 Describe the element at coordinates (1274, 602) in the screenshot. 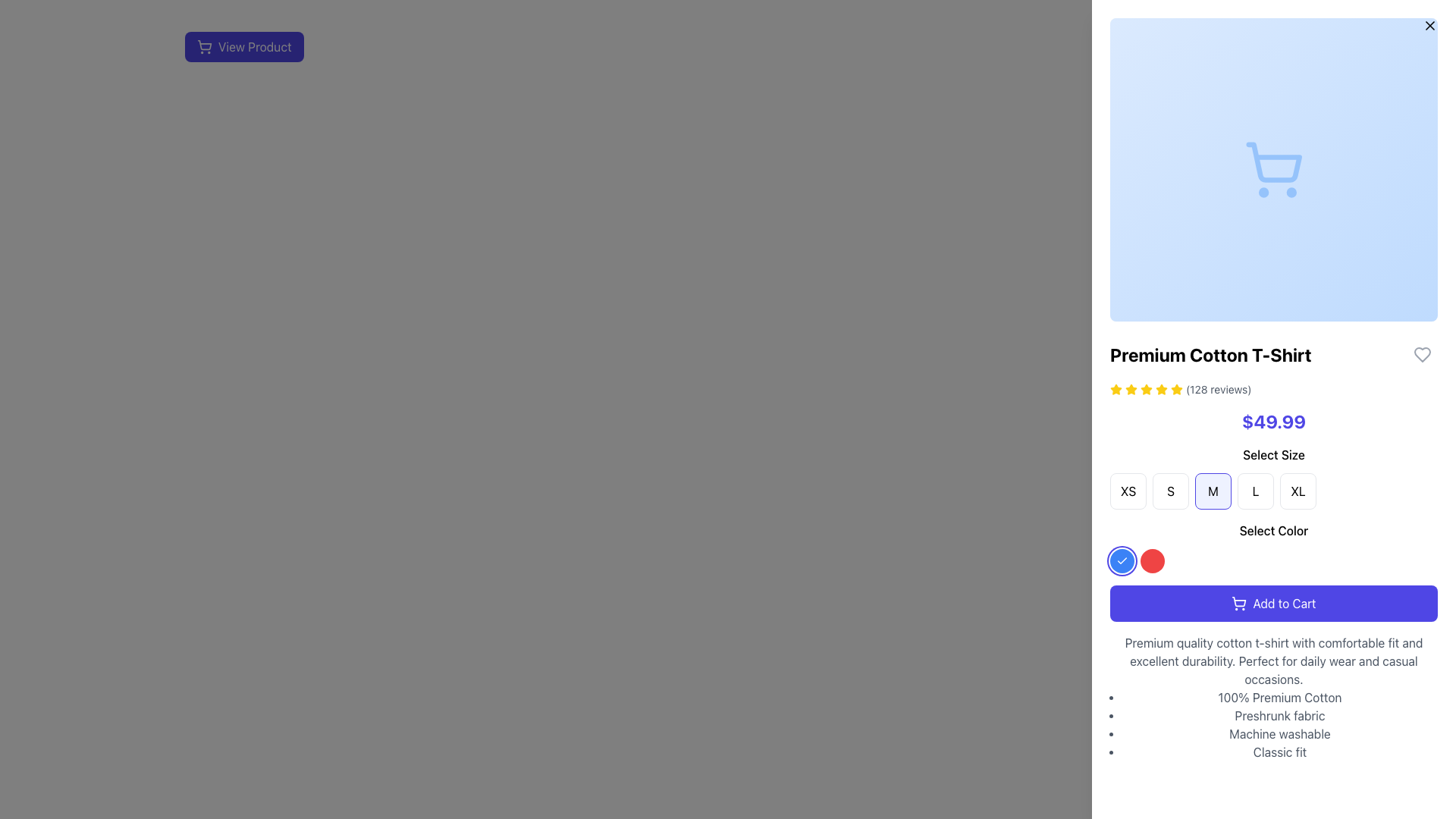

I see `the 'Add to Cart' button located at the bottom of the product details section in the sidebar` at that location.